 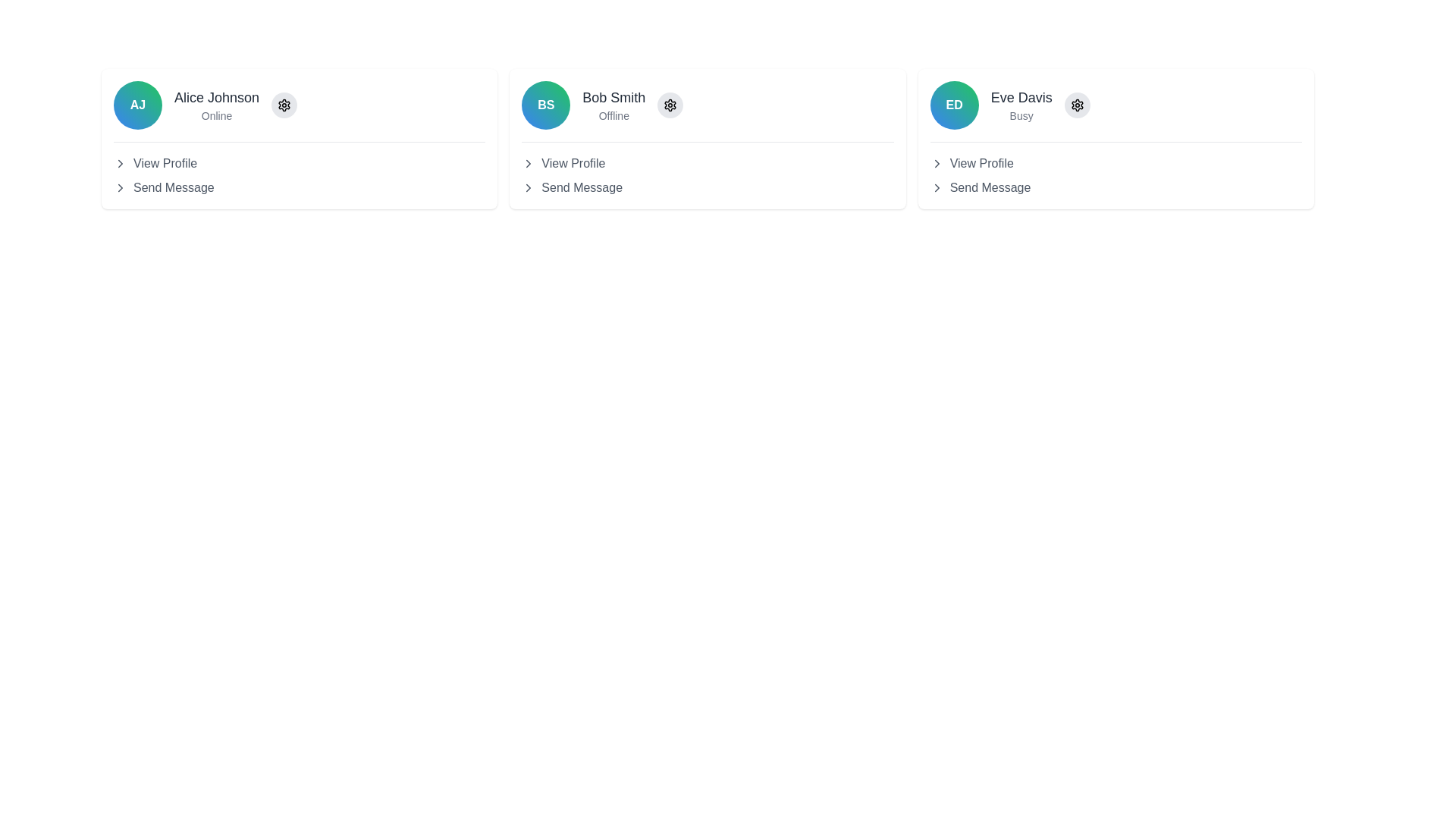 What do you see at coordinates (613, 97) in the screenshot?
I see `the static text display showing 'Bob Smith' in bold, medium-sized font, located above the 'Offline' status within the user information card` at bounding box center [613, 97].